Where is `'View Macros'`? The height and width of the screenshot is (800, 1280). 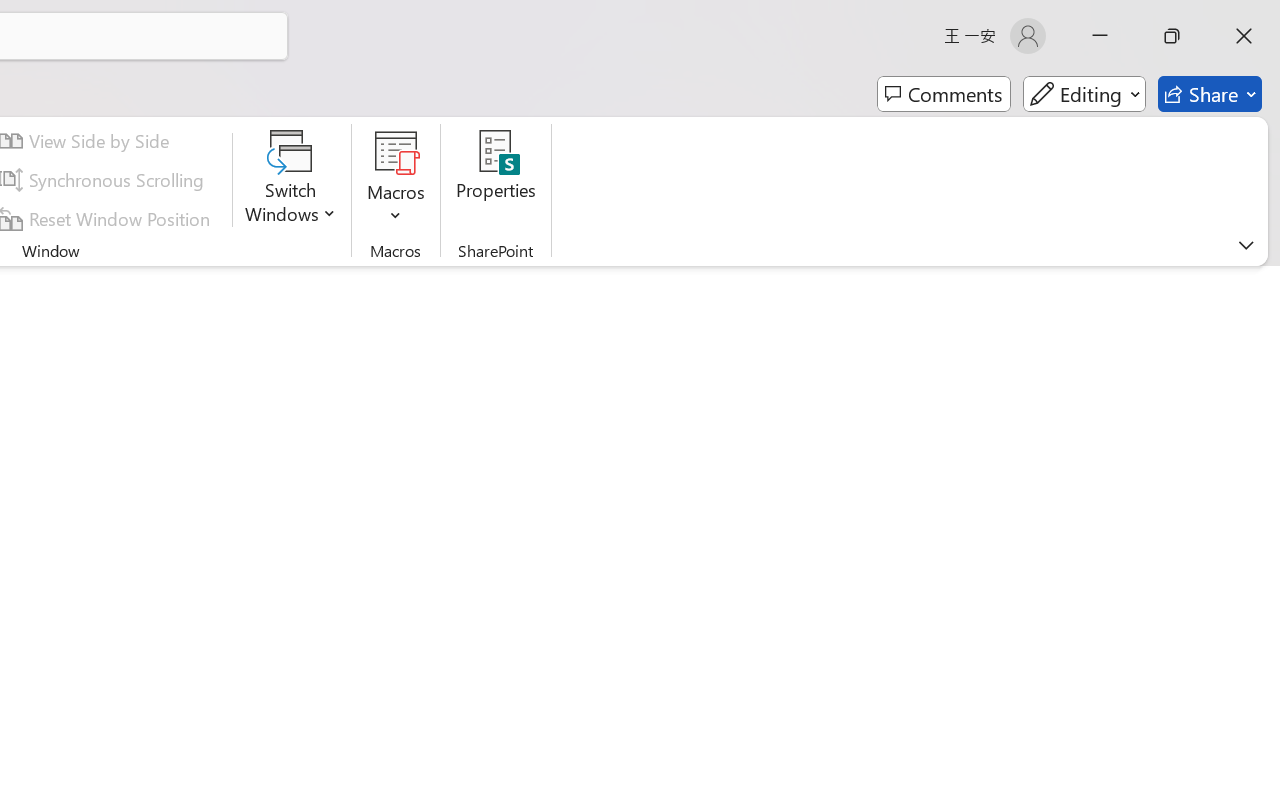
'View Macros' is located at coordinates (396, 151).